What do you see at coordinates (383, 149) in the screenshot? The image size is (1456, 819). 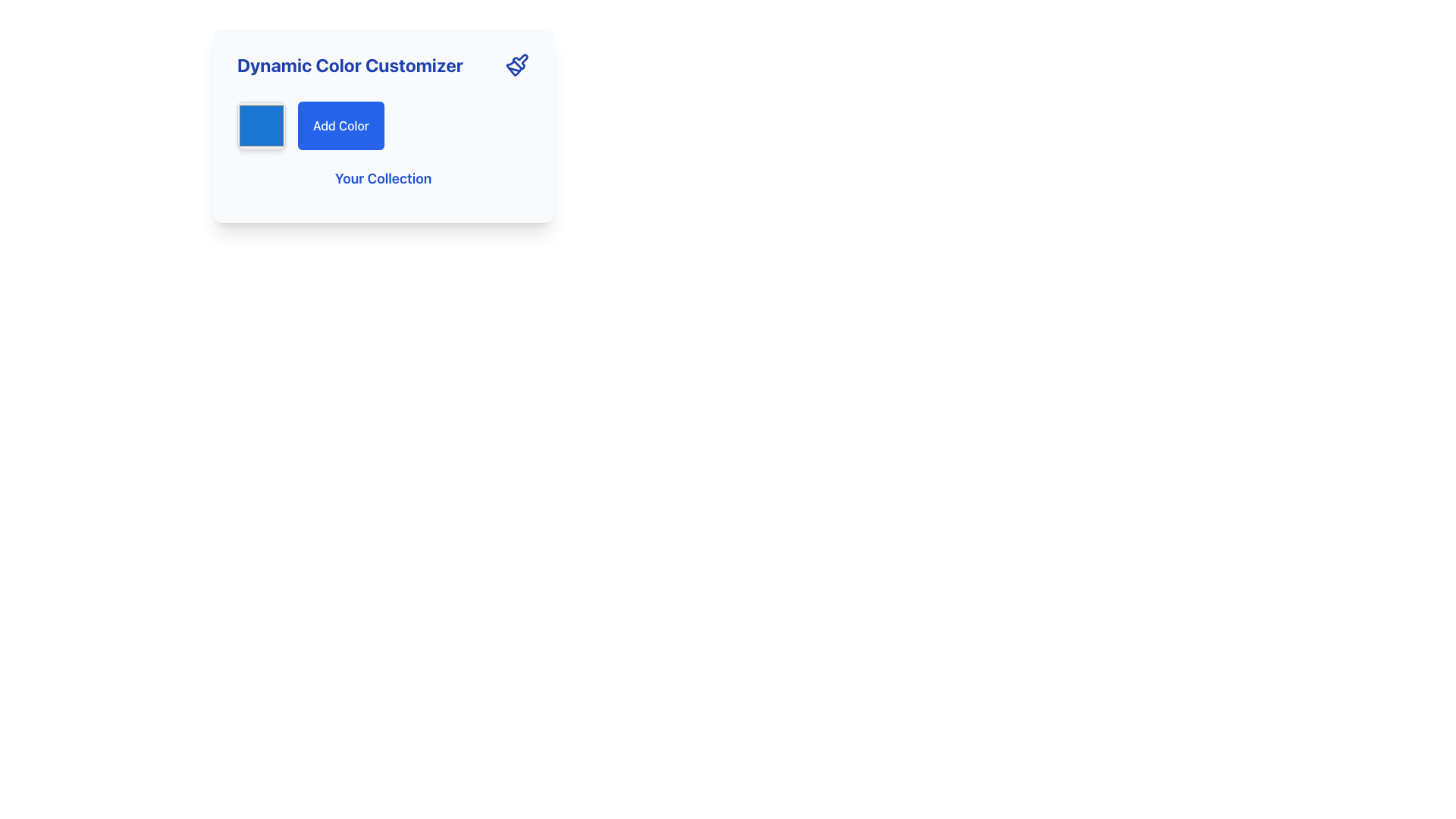 I see `the 'Add Color' button located above 'Your Collection' and next to the left color box within the 'Dynamic Color Customizer' layout` at bounding box center [383, 149].